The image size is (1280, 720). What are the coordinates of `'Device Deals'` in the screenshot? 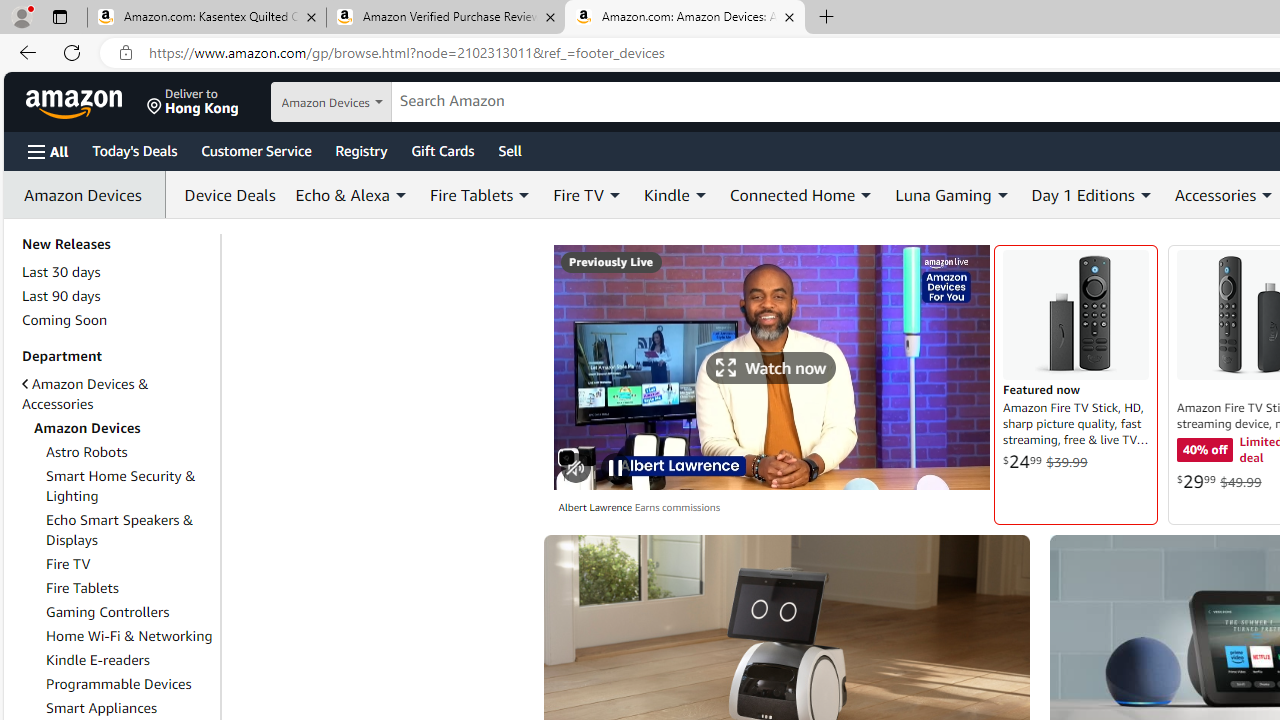 It's located at (225, 195).